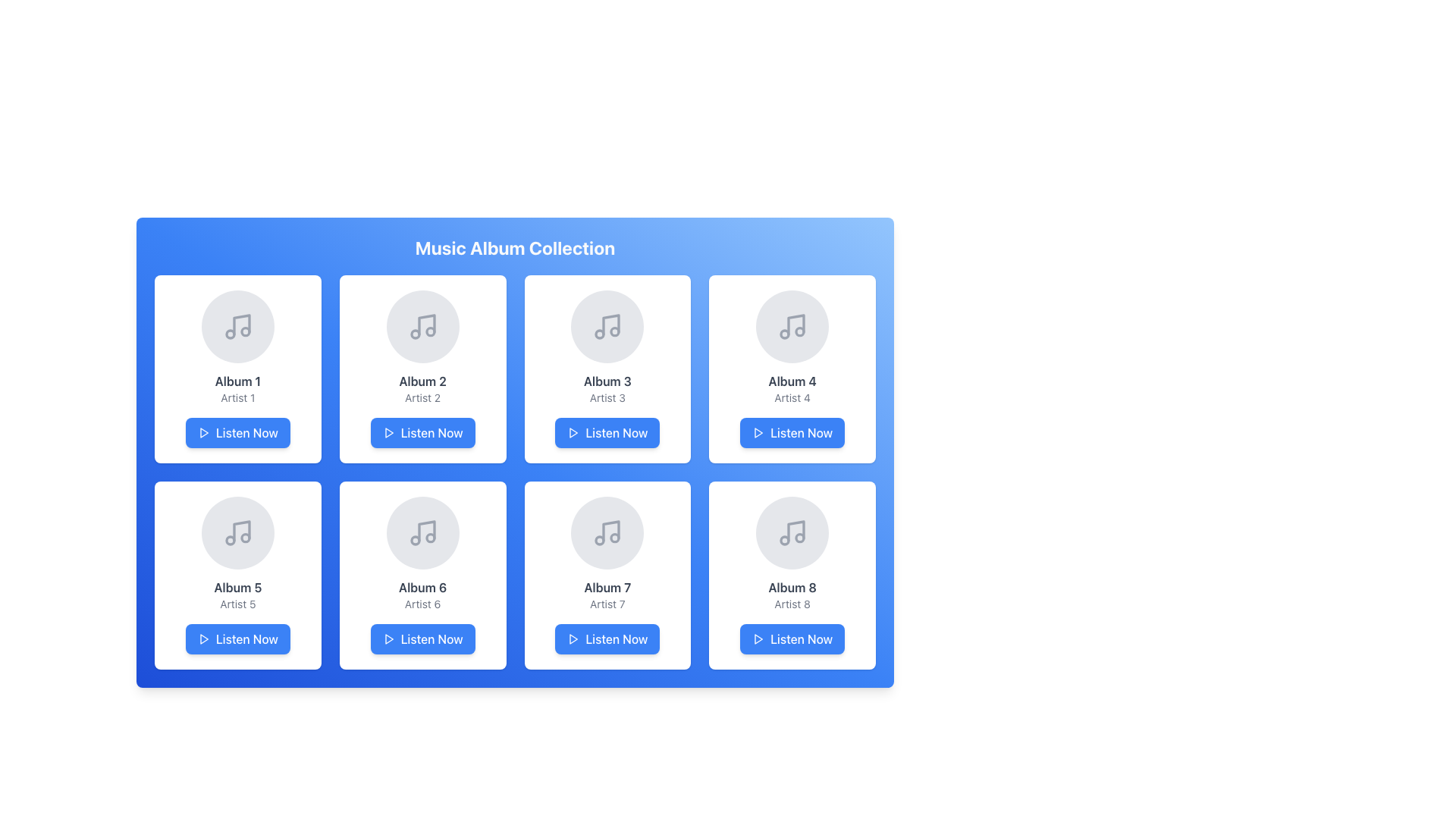 Image resolution: width=1456 pixels, height=819 pixels. What do you see at coordinates (792, 369) in the screenshot?
I see `the music album card representing 'Album 4' by 'Artist 4'` at bounding box center [792, 369].